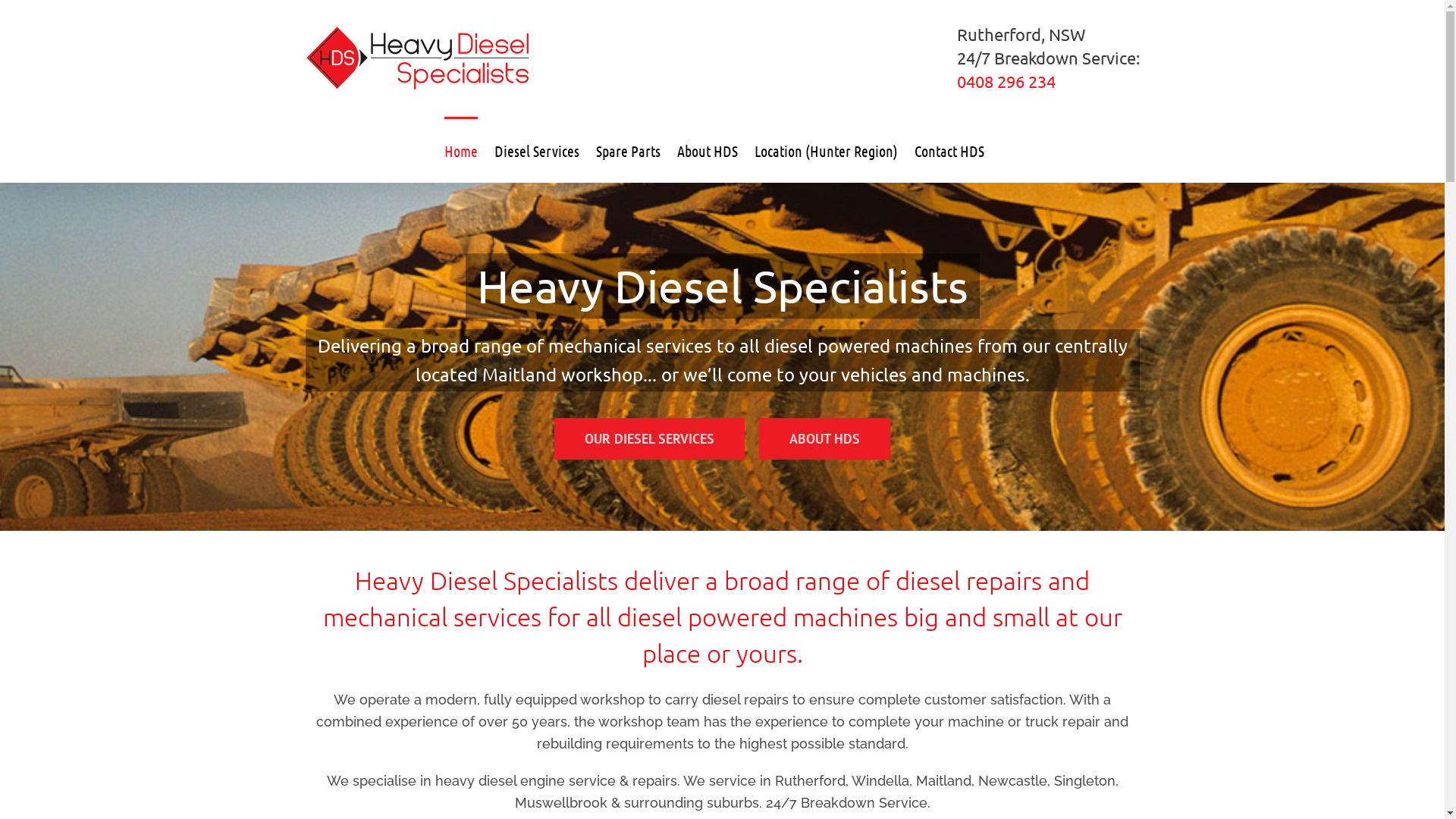 Image resolution: width=1456 pixels, height=819 pixels. Describe the element at coordinates (537, 149) in the screenshot. I see `'Diesel Services'` at that location.